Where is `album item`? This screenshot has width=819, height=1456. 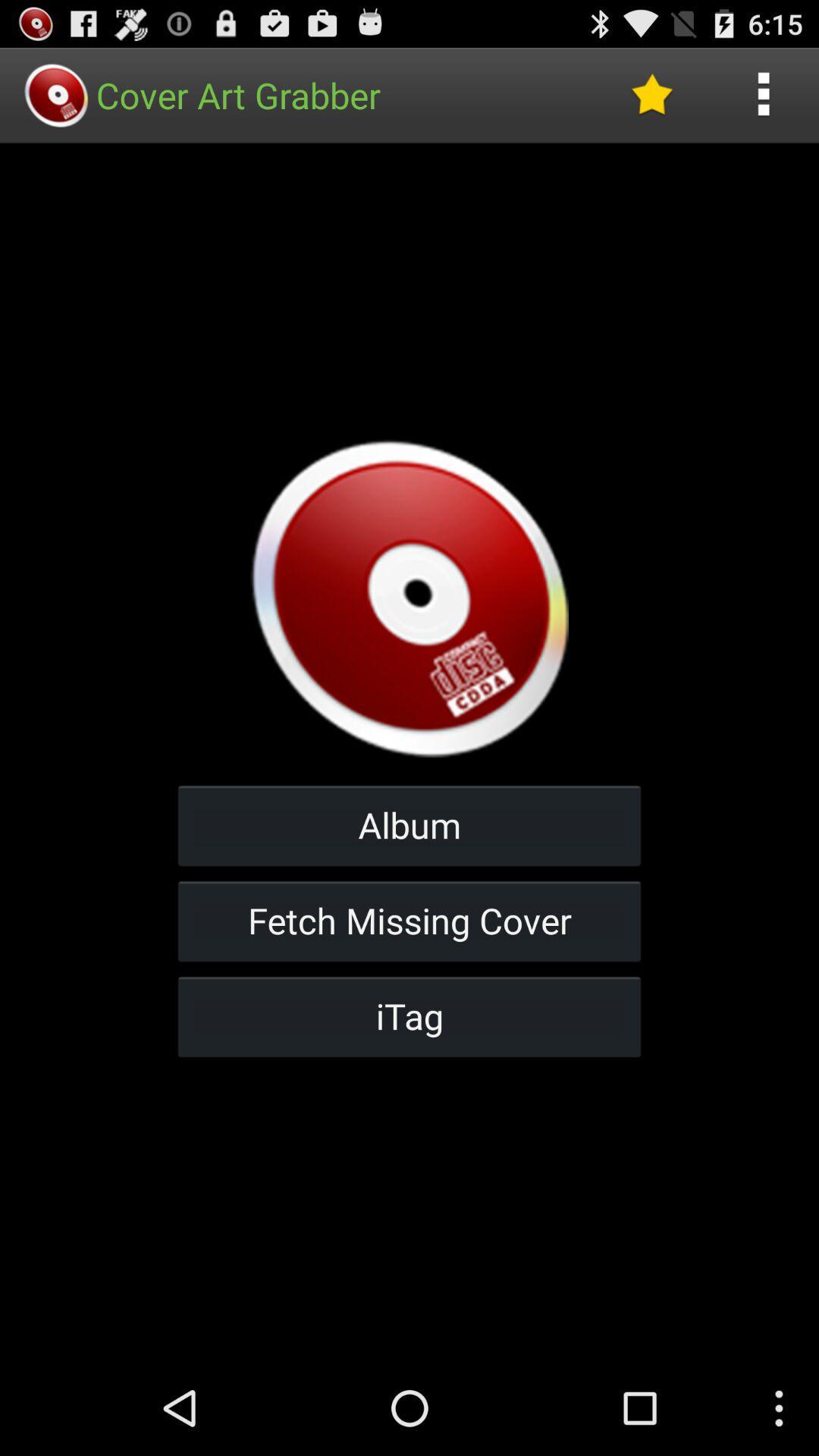
album item is located at coordinates (409, 824).